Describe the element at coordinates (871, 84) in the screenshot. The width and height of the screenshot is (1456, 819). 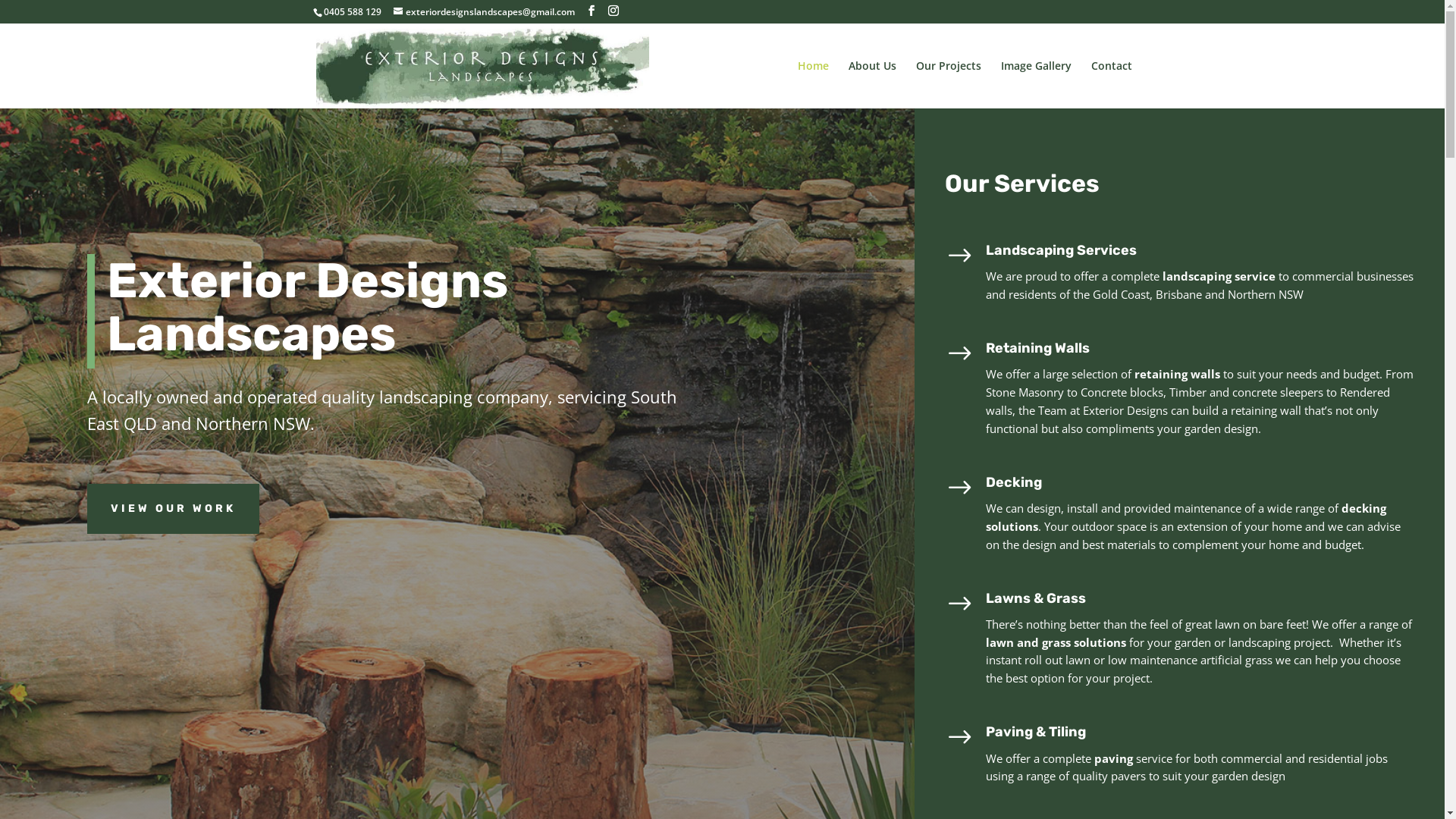
I see `'About Us'` at that location.